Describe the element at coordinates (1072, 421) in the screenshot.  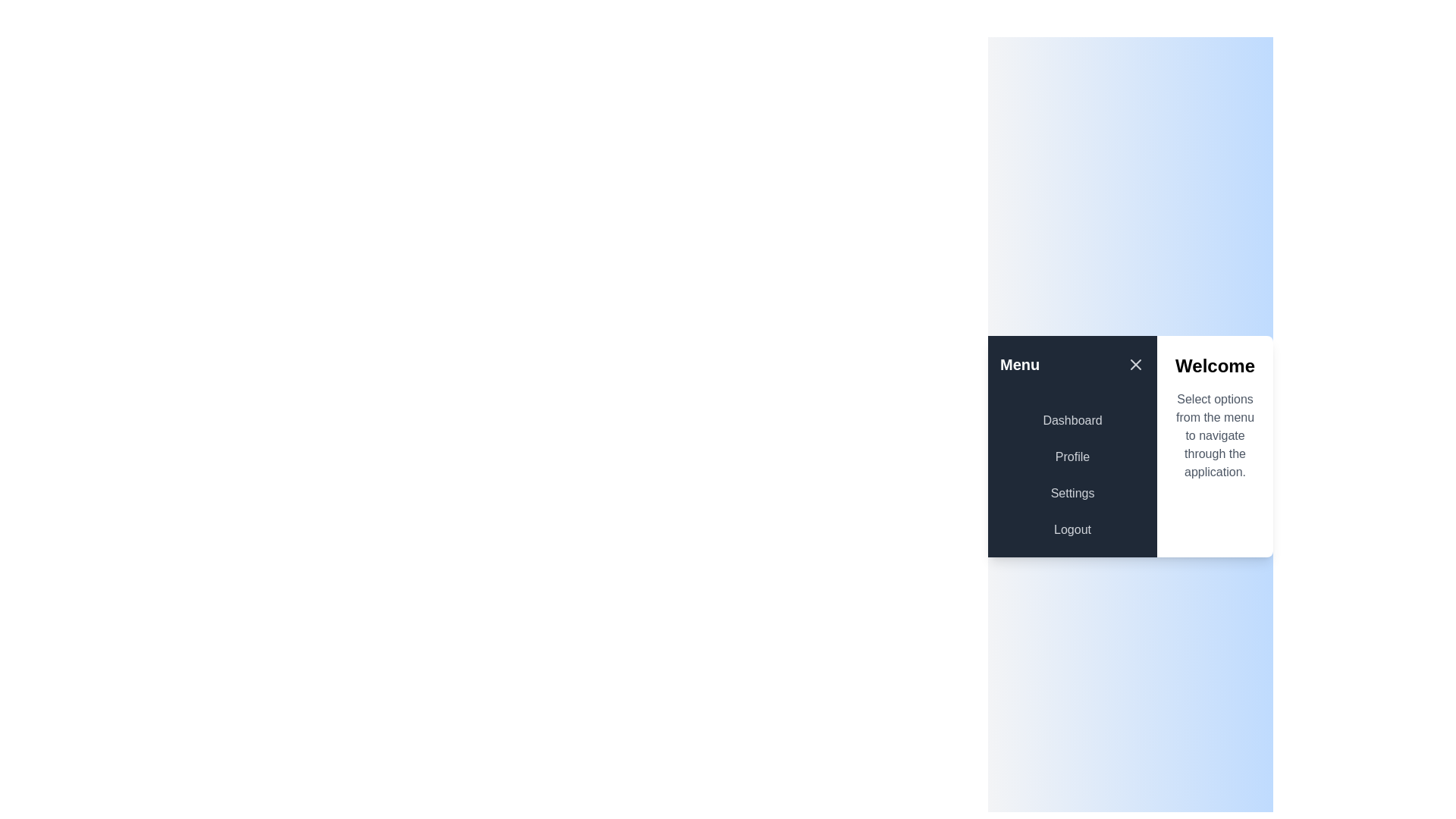
I see `the menu option Dashboard` at that location.